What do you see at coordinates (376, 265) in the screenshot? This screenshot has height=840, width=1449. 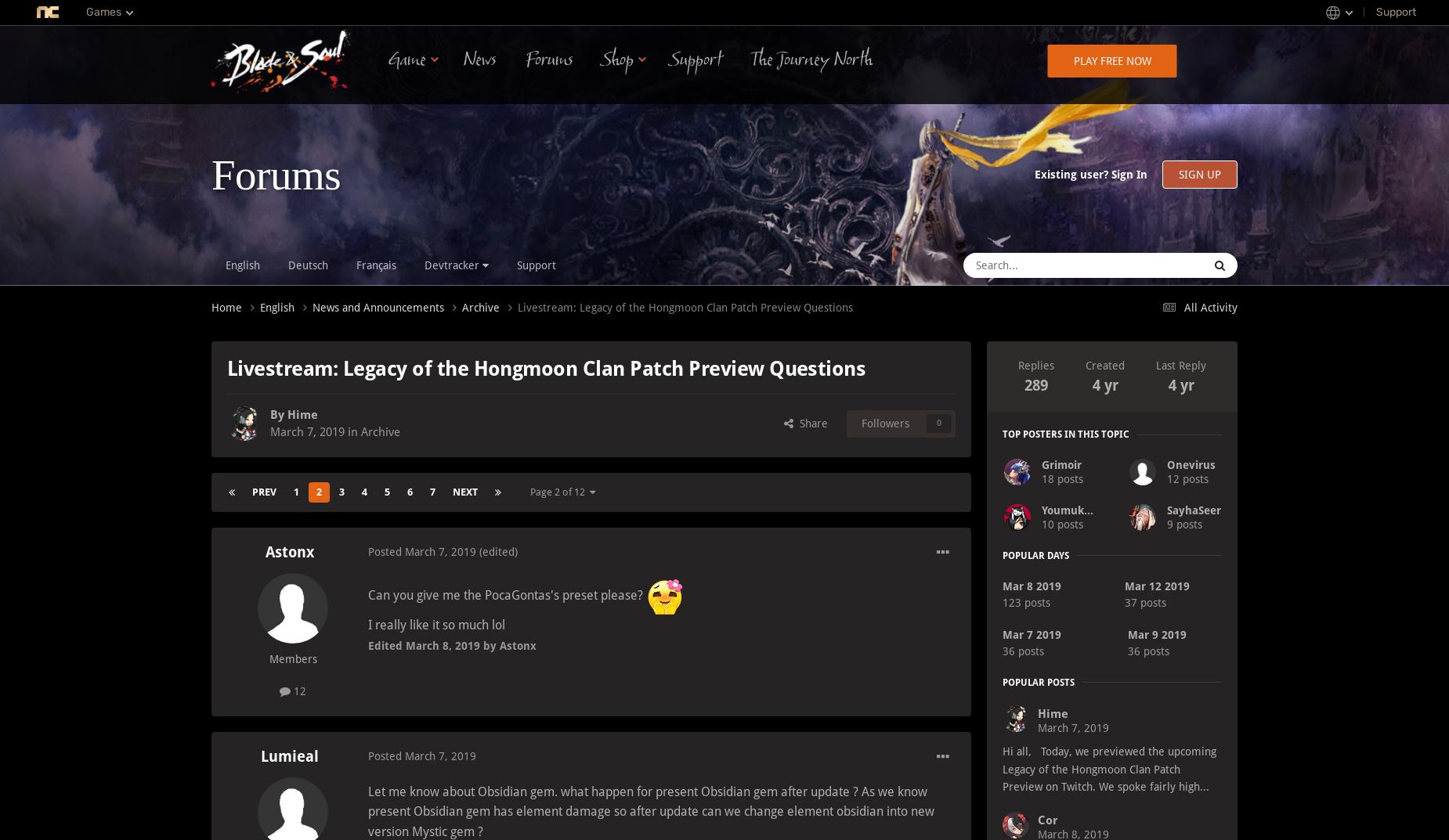 I see `'Français'` at bounding box center [376, 265].